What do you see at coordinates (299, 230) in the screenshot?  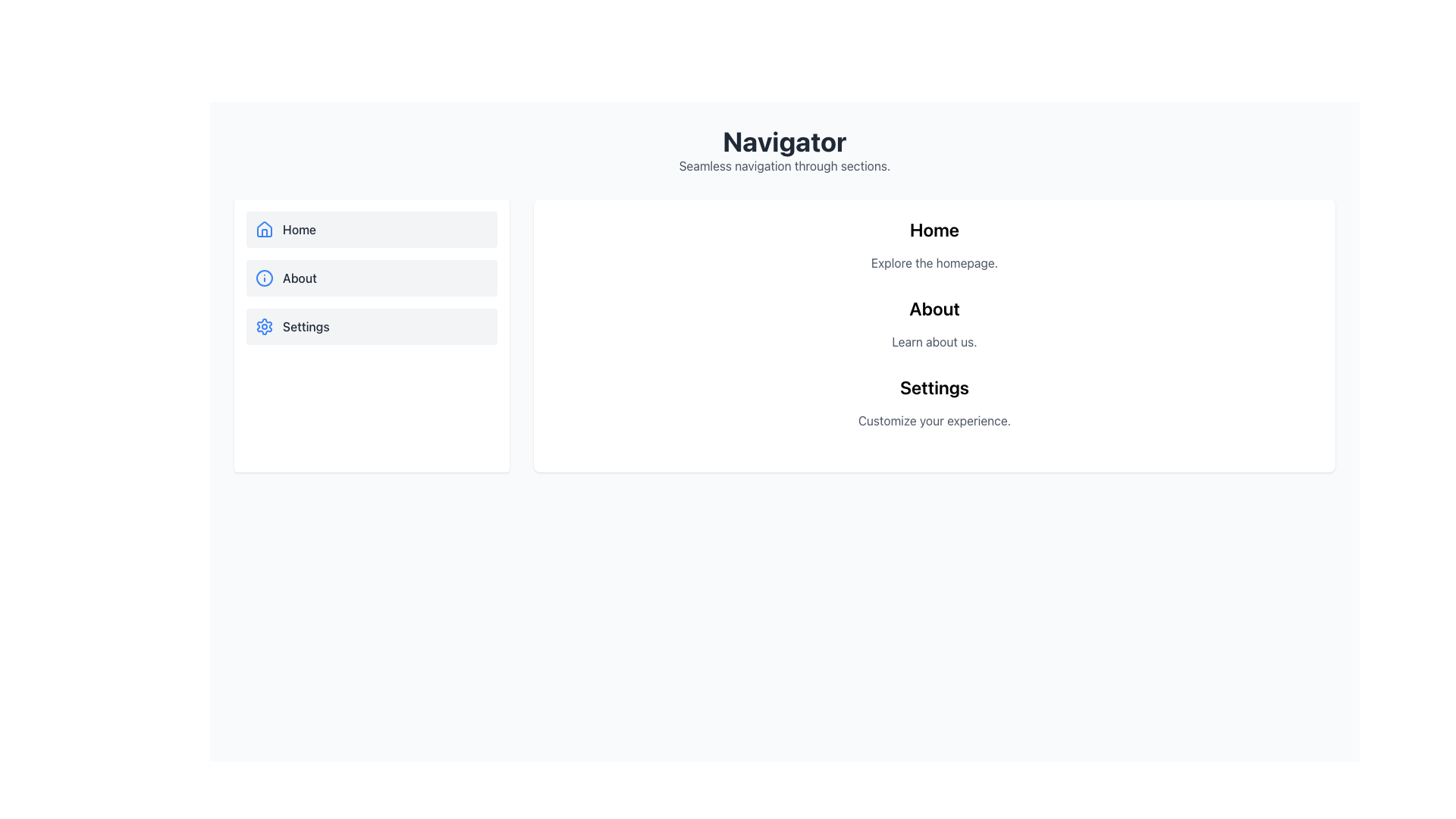 I see `the 'Home' text label in the navigation menu, which is displayed in medium-sized gray font and slightly bold, positioned beneath the 'Navigator' title` at bounding box center [299, 230].